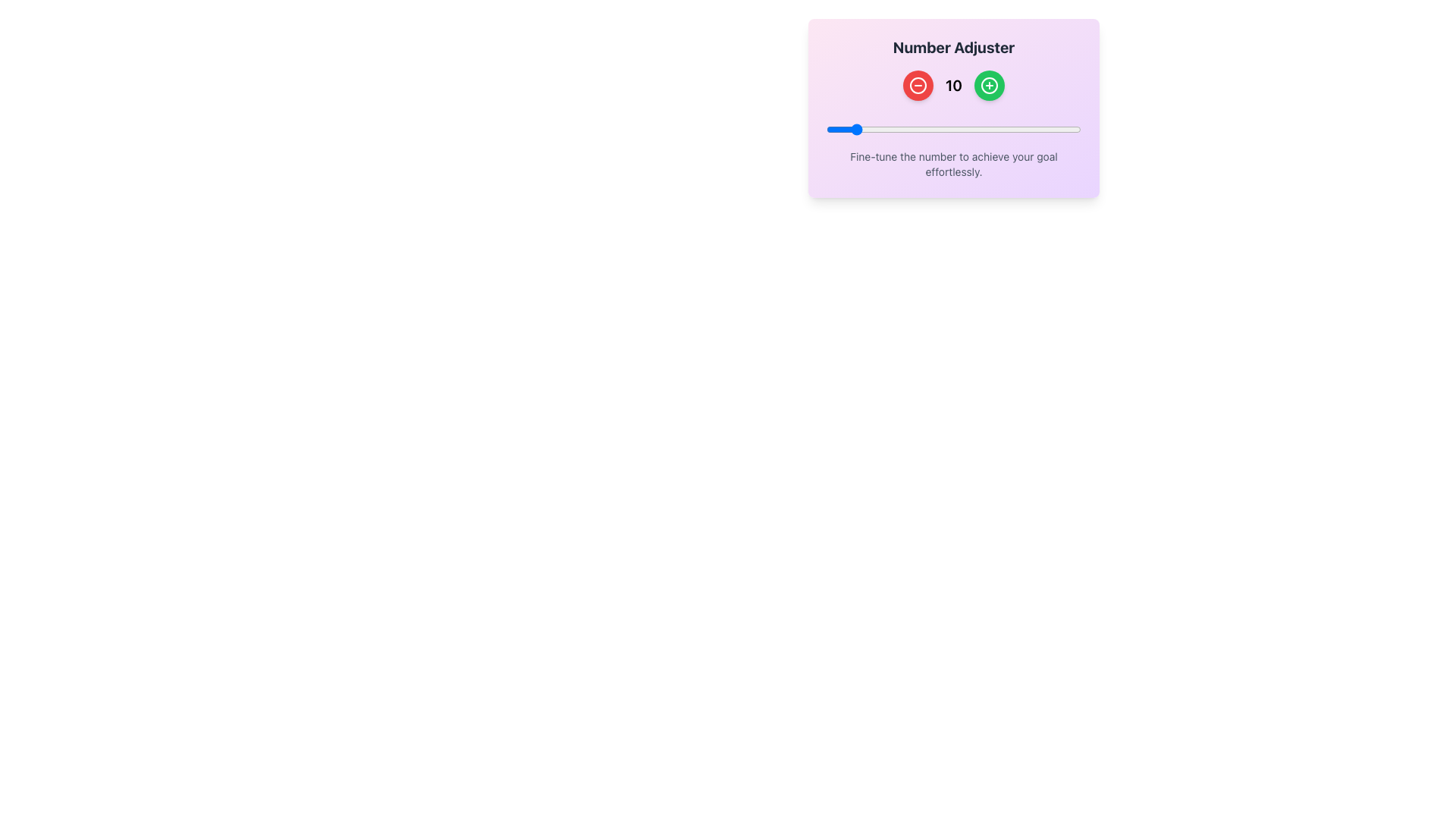 The height and width of the screenshot is (819, 1456). What do you see at coordinates (971, 128) in the screenshot?
I see `the slider` at bounding box center [971, 128].